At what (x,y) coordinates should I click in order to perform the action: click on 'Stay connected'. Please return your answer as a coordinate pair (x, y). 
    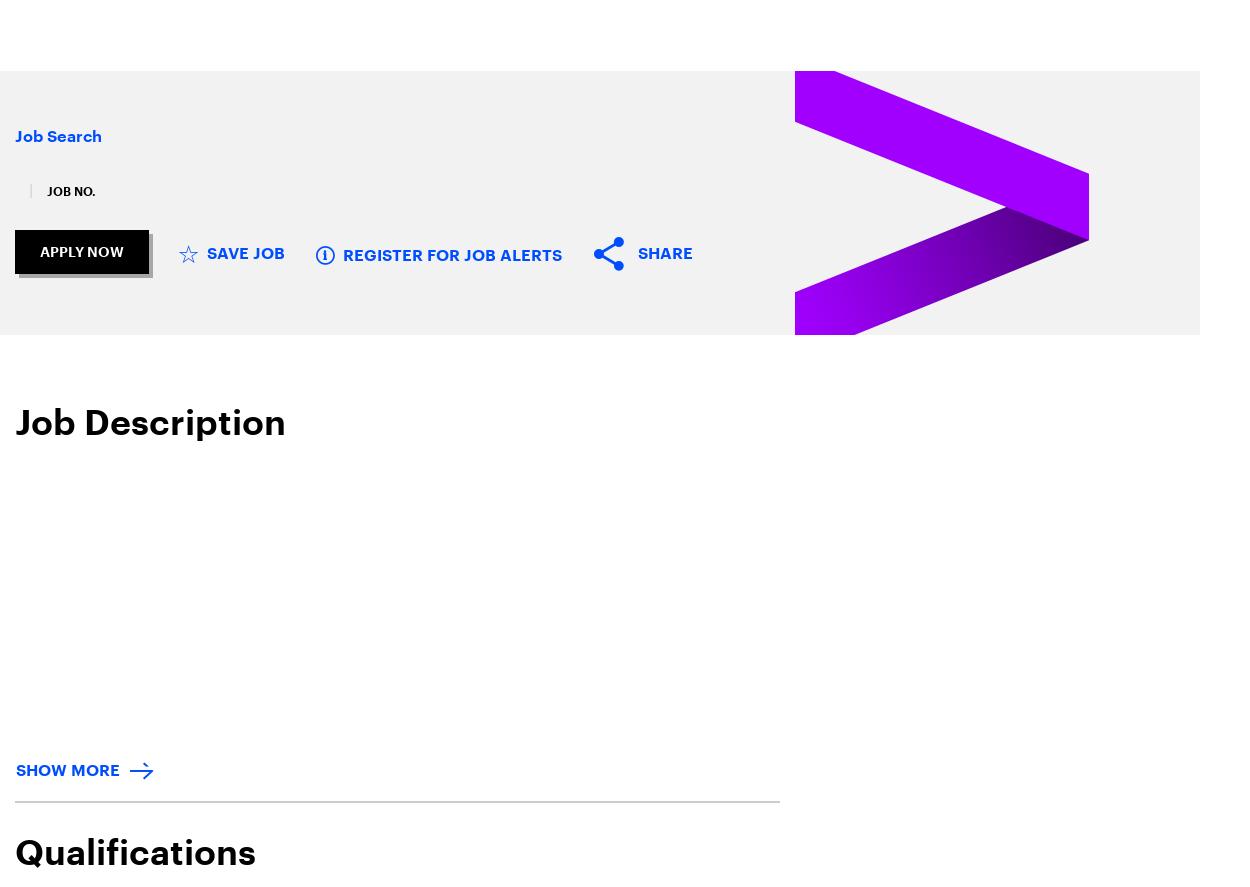
    Looking at the image, I should click on (199, 583).